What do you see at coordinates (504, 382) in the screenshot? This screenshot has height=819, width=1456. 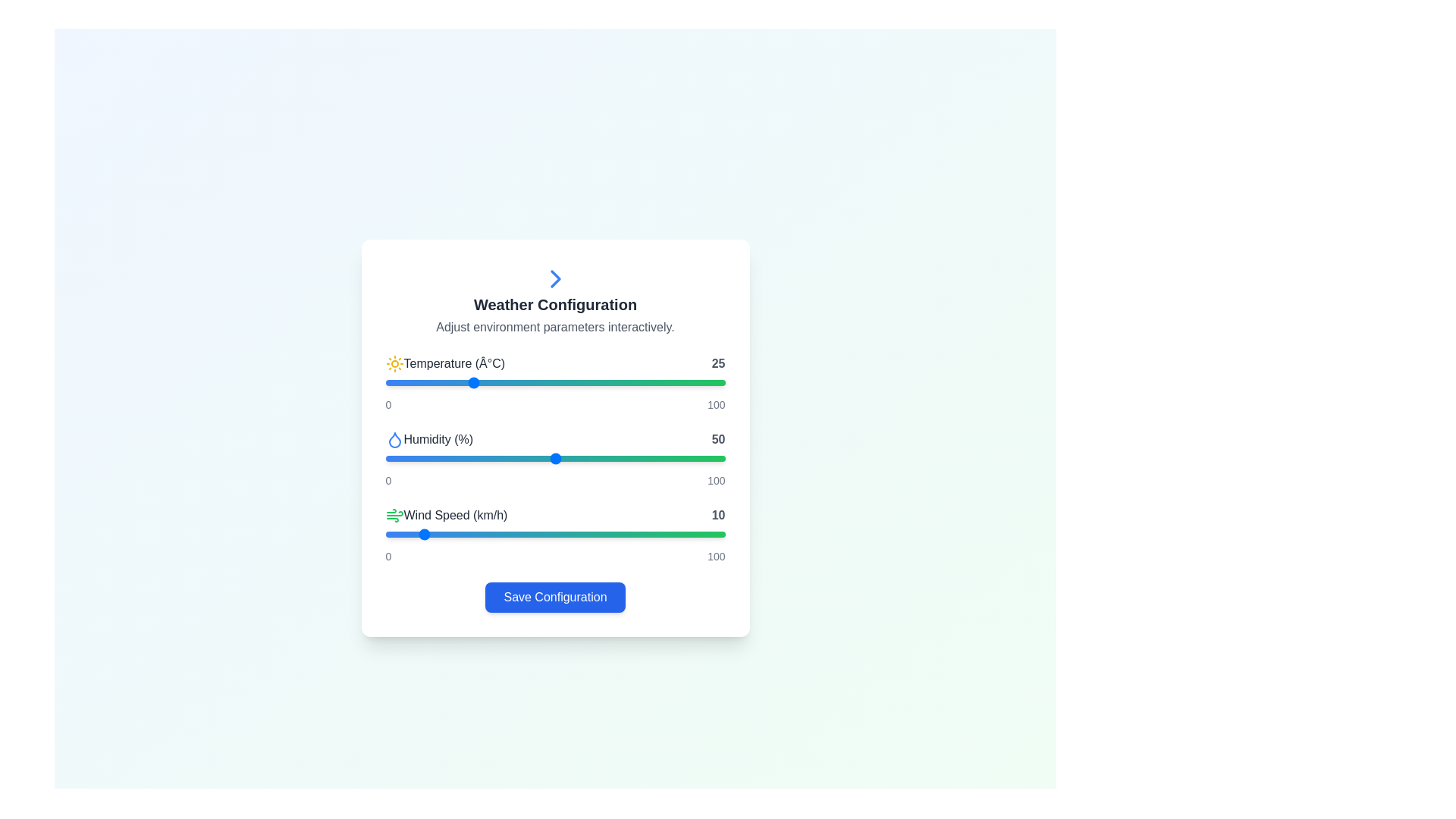 I see `slider value` at bounding box center [504, 382].